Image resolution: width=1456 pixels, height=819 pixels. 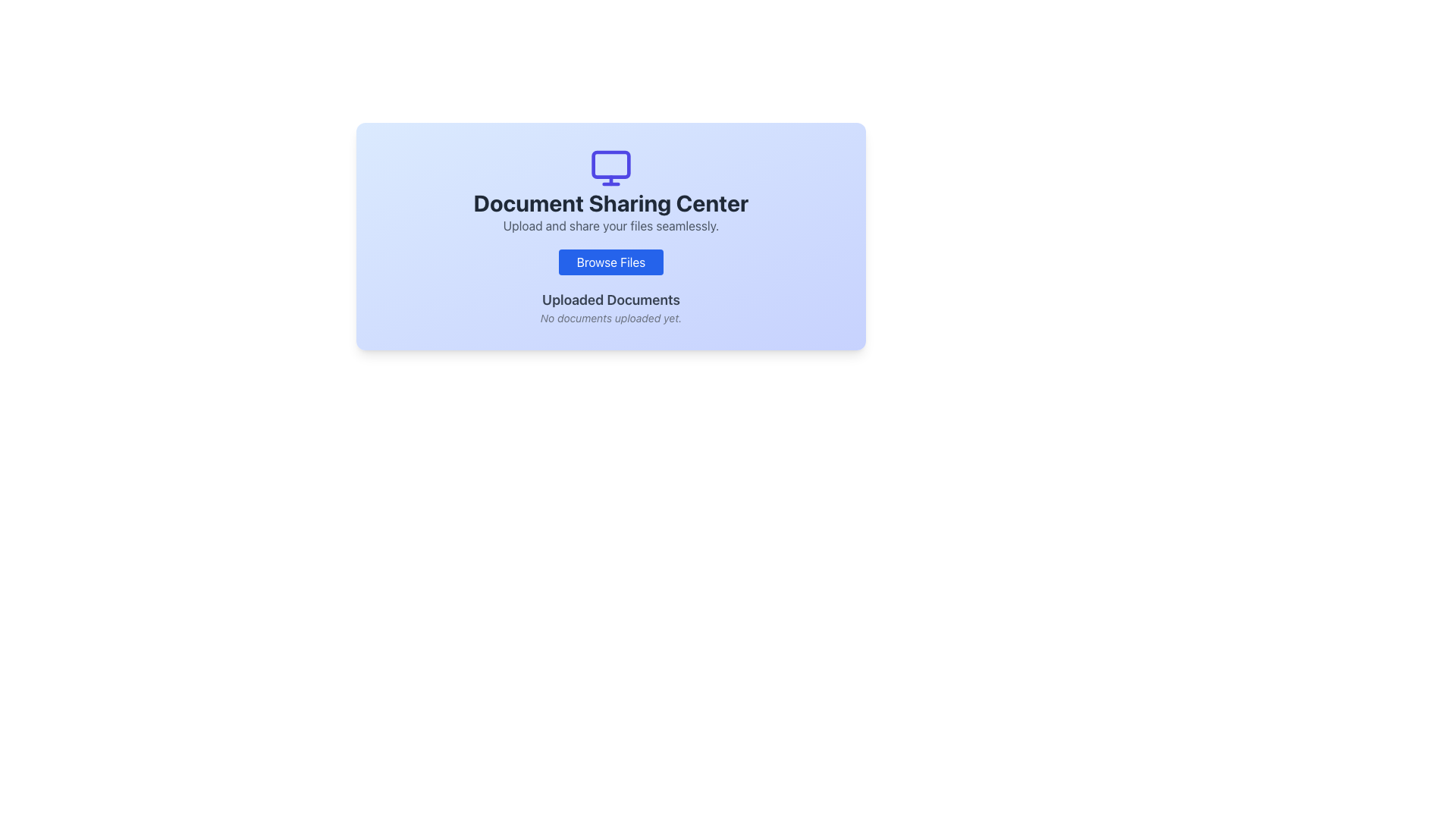 What do you see at coordinates (611, 318) in the screenshot?
I see `the text label indicating the absence of uploaded documents, located directly below the 'Uploaded Documents' heading` at bounding box center [611, 318].